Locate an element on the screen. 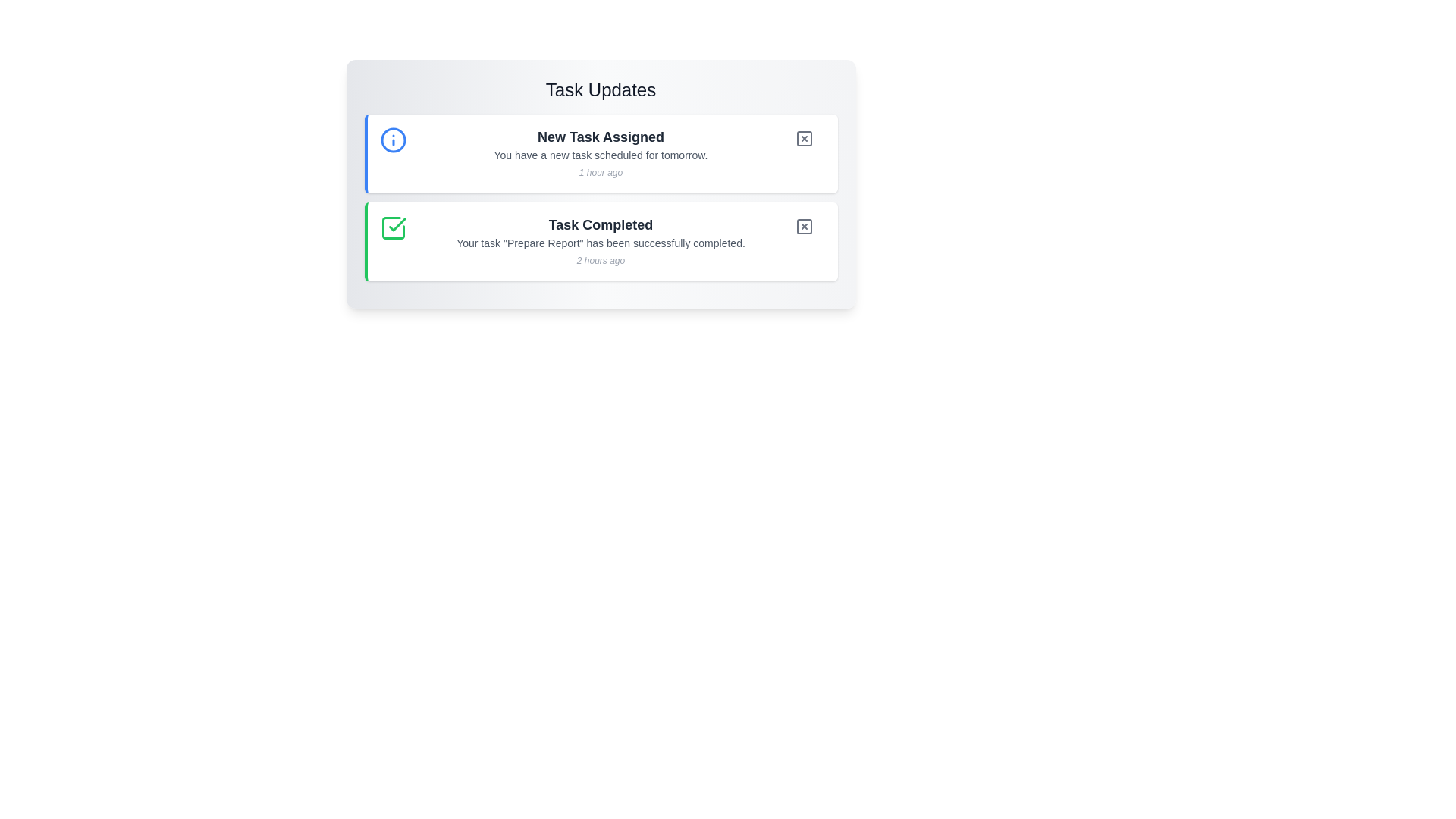  the circular information icon with a blue border and white background, featuring an 'i' symbol, located in the top-left corner of the 'New Task Assigned' notification card is located at coordinates (399, 154).